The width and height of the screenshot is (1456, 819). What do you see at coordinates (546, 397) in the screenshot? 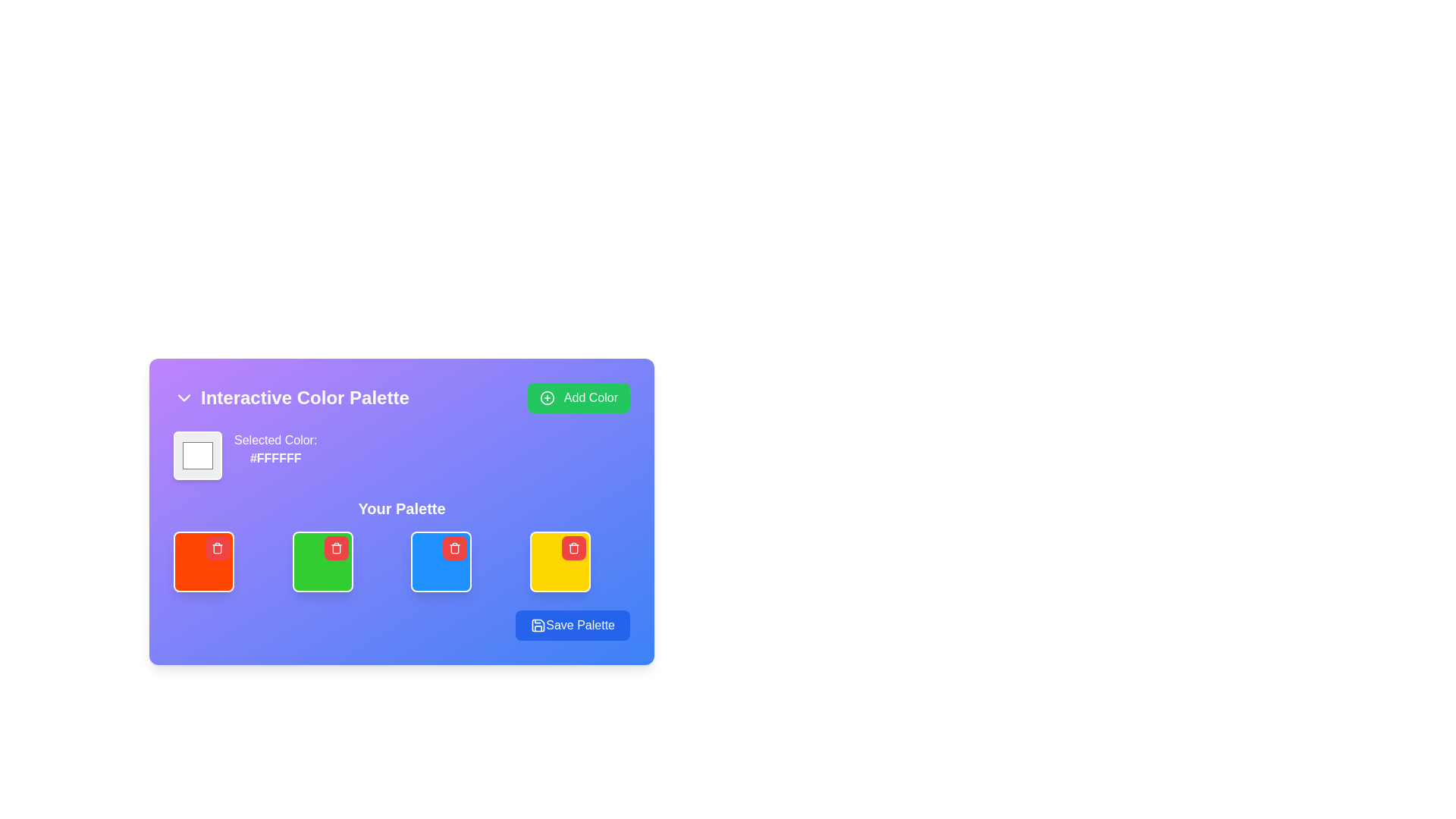
I see `the circular icon with a green background and a white '+' symbol, which is located within the 'Add Color' button in the top-right corner of the interactive color palette section` at bounding box center [546, 397].